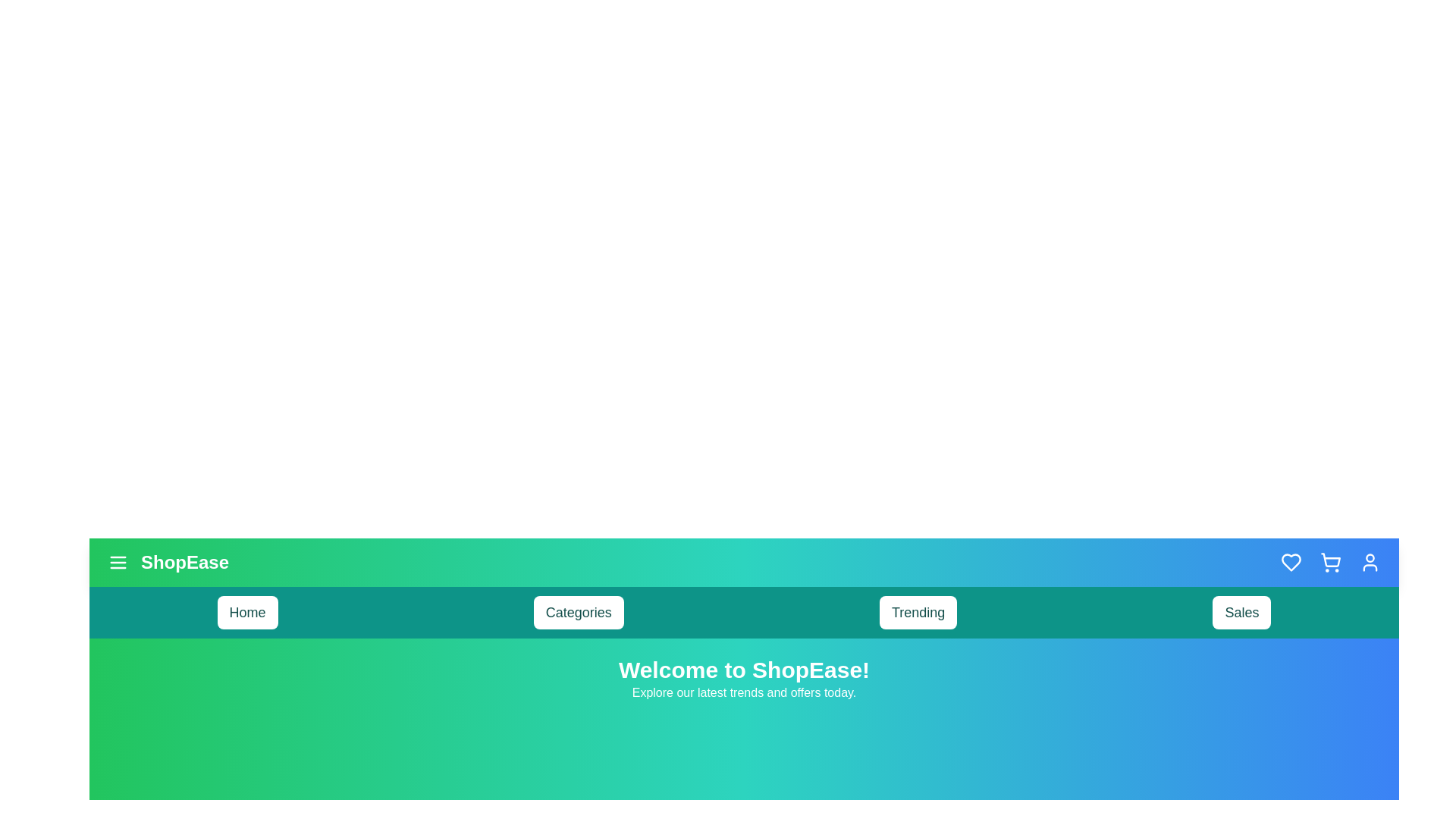  What do you see at coordinates (118, 562) in the screenshot?
I see `the menu icon to toggle the navigation menu` at bounding box center [118, 562].